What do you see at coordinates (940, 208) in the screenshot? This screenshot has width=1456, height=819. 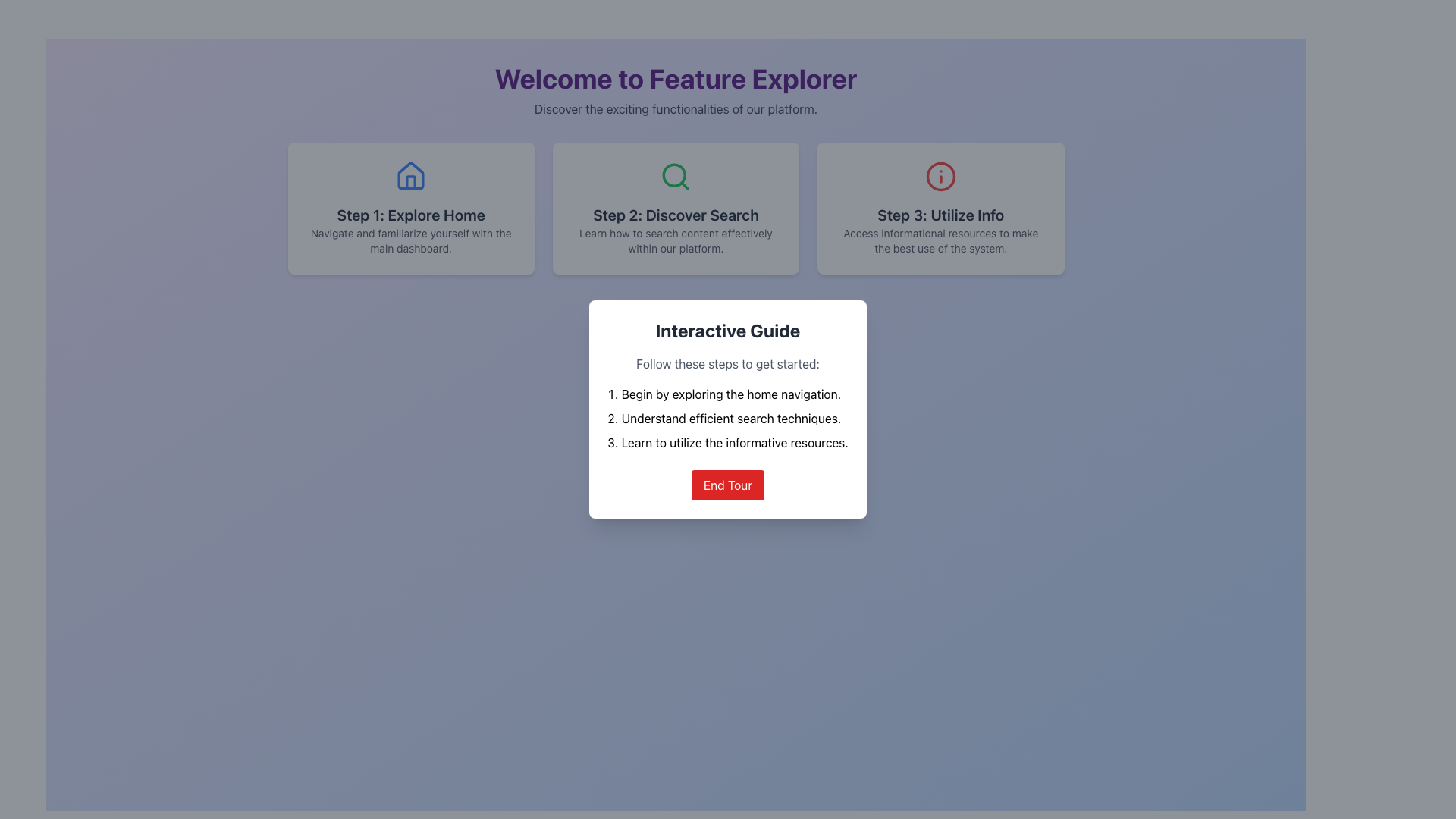 I see `the Informational Card with a light gray background and a red circular information icon at the top` at bounding box center [940, 208].